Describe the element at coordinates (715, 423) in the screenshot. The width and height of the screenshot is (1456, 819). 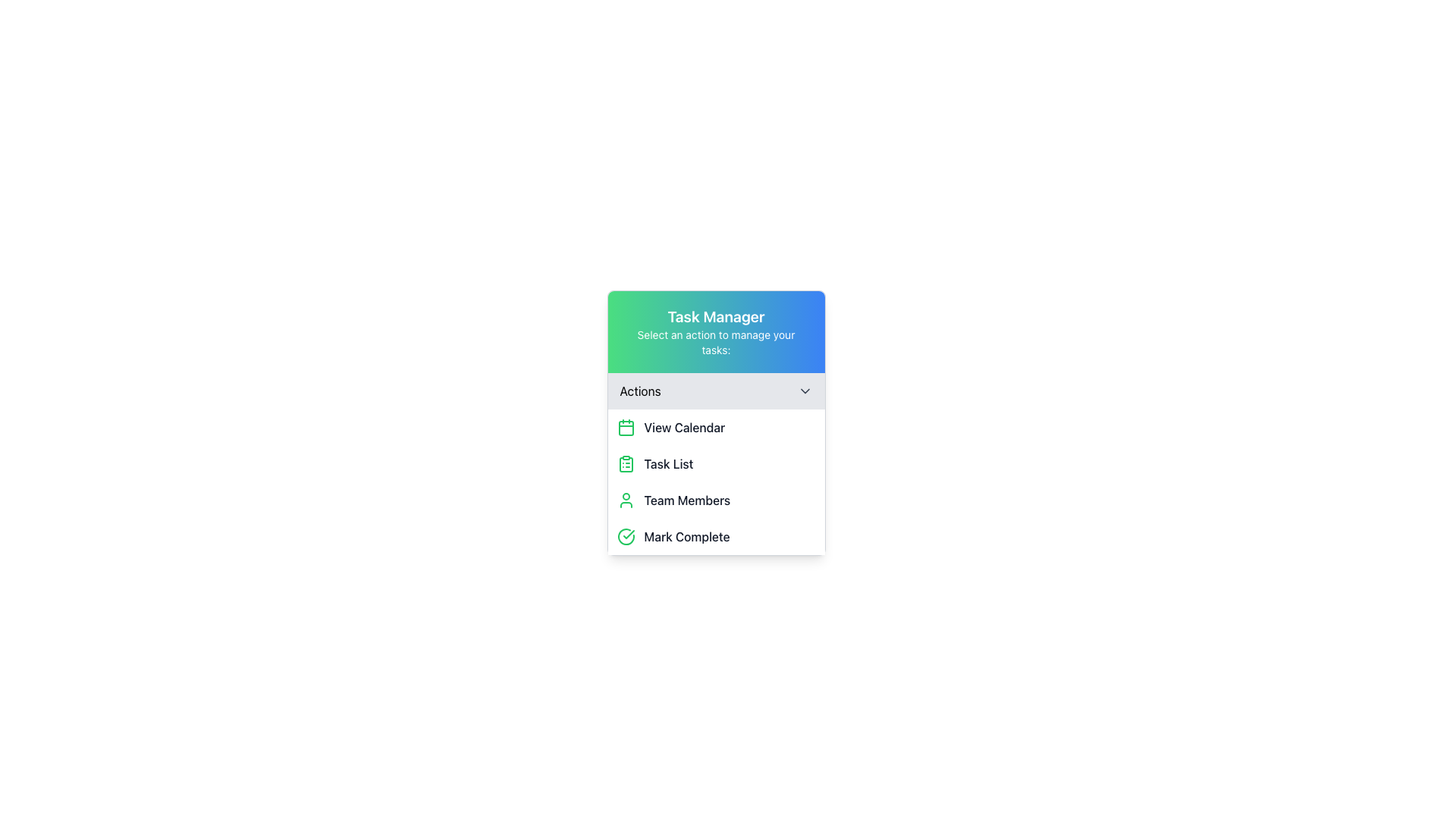
I see `the list items within the 'Task Manager' UI component, which has a white background and rounded corners` at that location.